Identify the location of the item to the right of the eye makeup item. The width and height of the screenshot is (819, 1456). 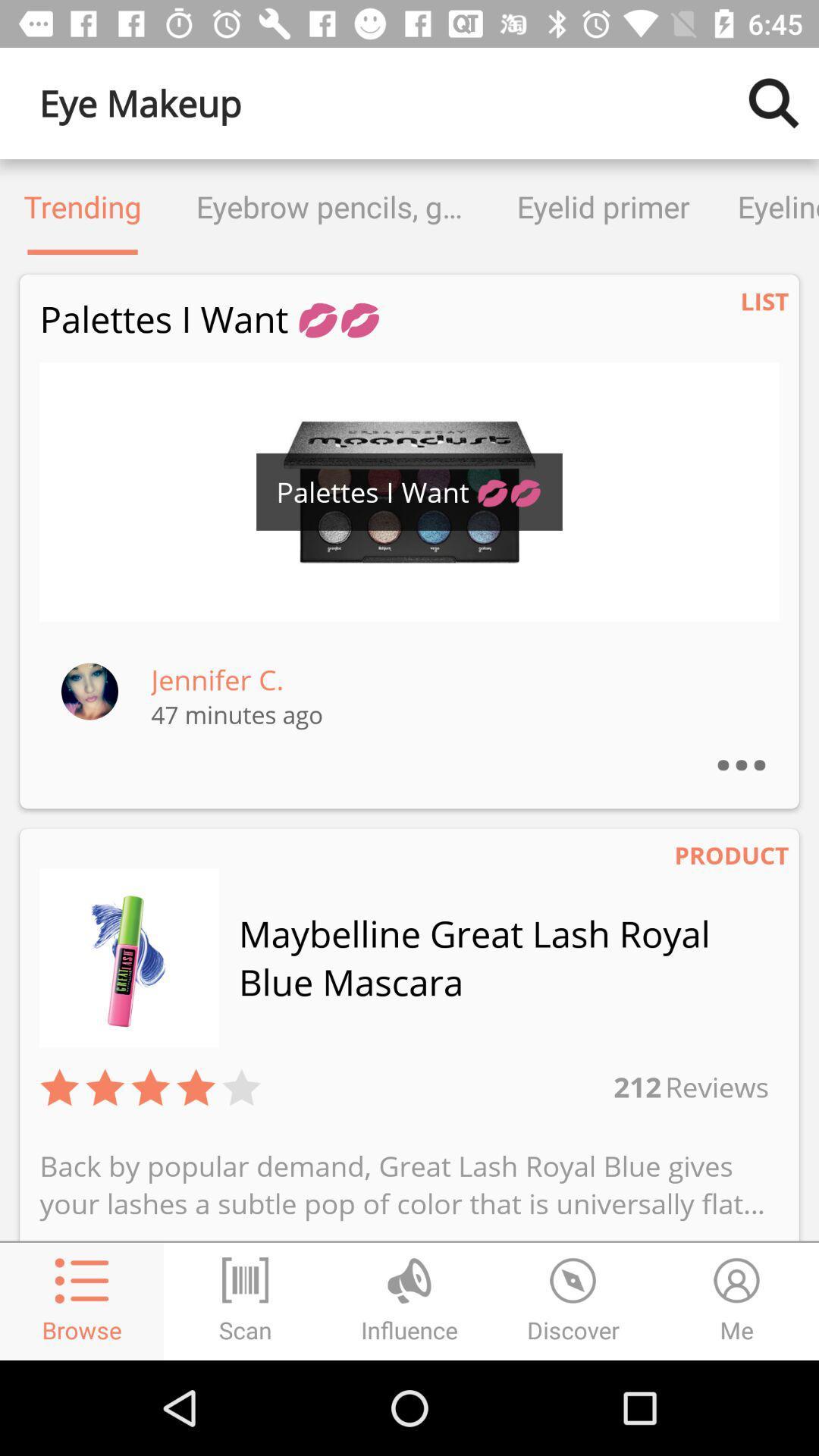
(773, 102).